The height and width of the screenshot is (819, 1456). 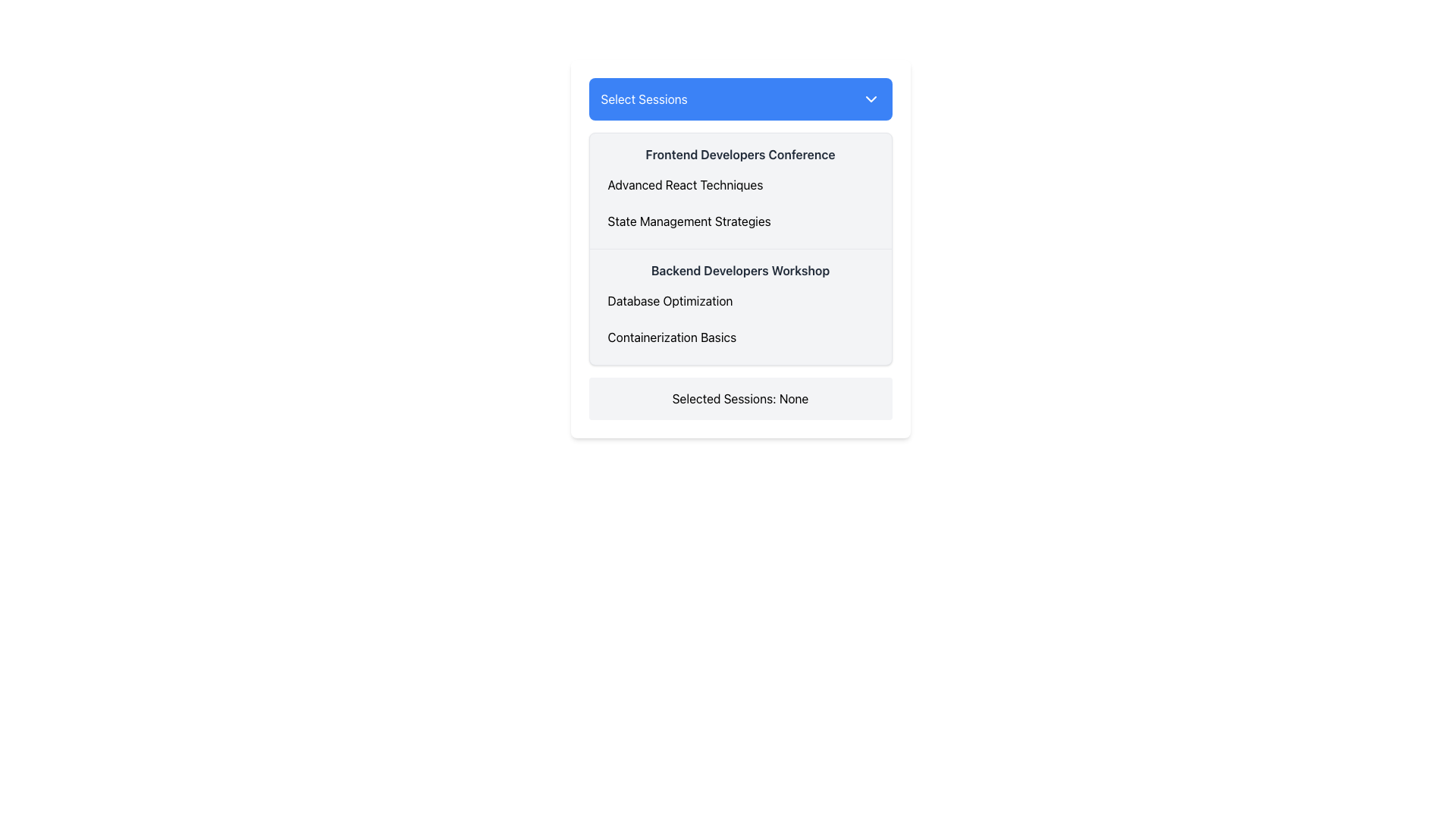 What do you see at coordinates (740, 155) in the screenshot?
I see `the static text label displaying 'Frontend Developers Conference', which is prominently styled in bold dark gray against a light gray background, located near the top of the list interface below the 'Select Sessions' dropdown menu` at bounding box center [740, 155].